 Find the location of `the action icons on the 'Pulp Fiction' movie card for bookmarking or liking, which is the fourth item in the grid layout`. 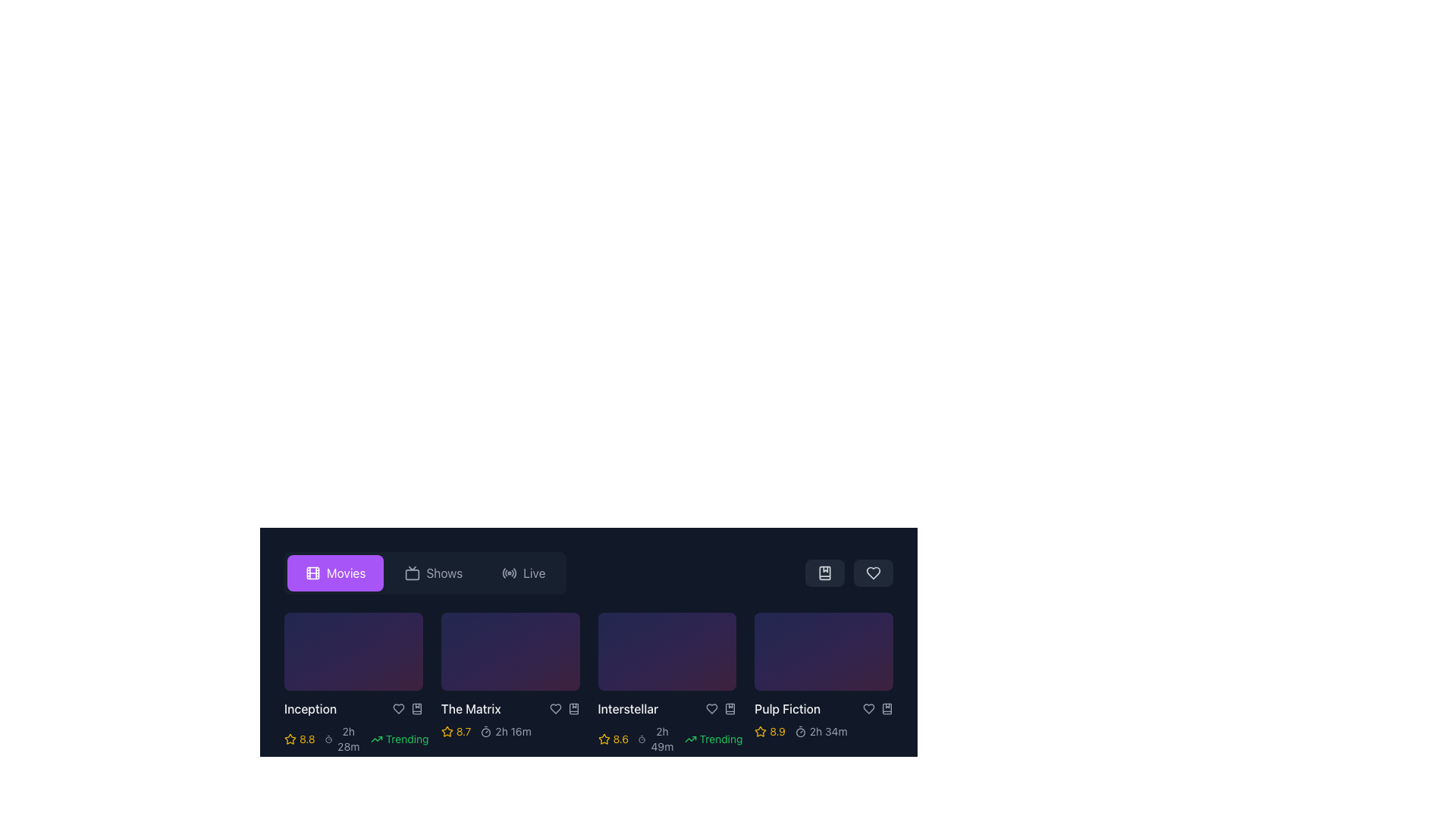

the action icons on the 'Pulp Fiction' movie card for bookmarking or liking, which is the fourth item in the grid layout is located at coordinates (823, 683).